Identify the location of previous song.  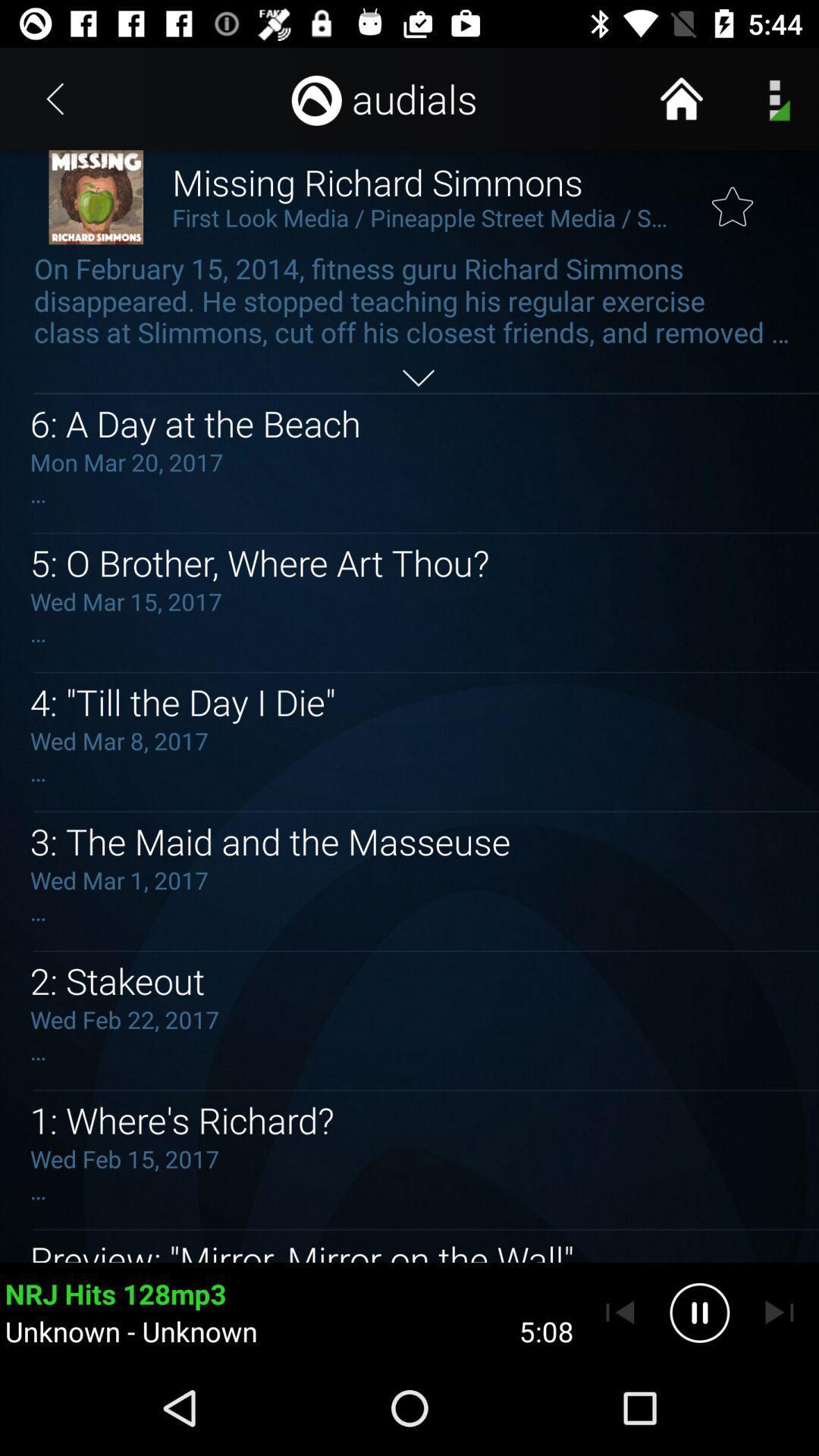
(620, 1312).